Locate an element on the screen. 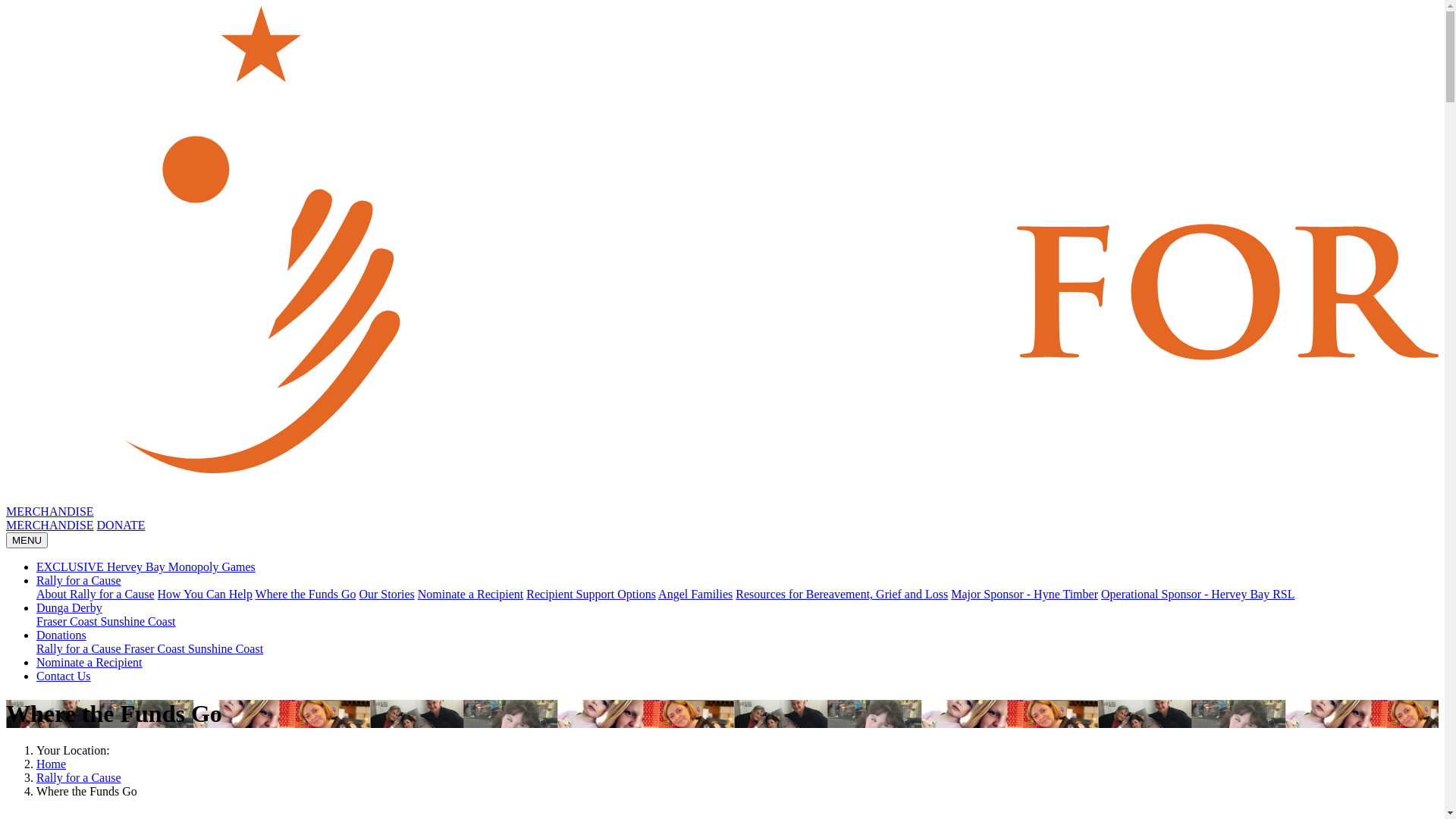 Image resolution: width=1456 pixels, height=819 pixels. 'Angel Families' is located at coordinates (694, 593).